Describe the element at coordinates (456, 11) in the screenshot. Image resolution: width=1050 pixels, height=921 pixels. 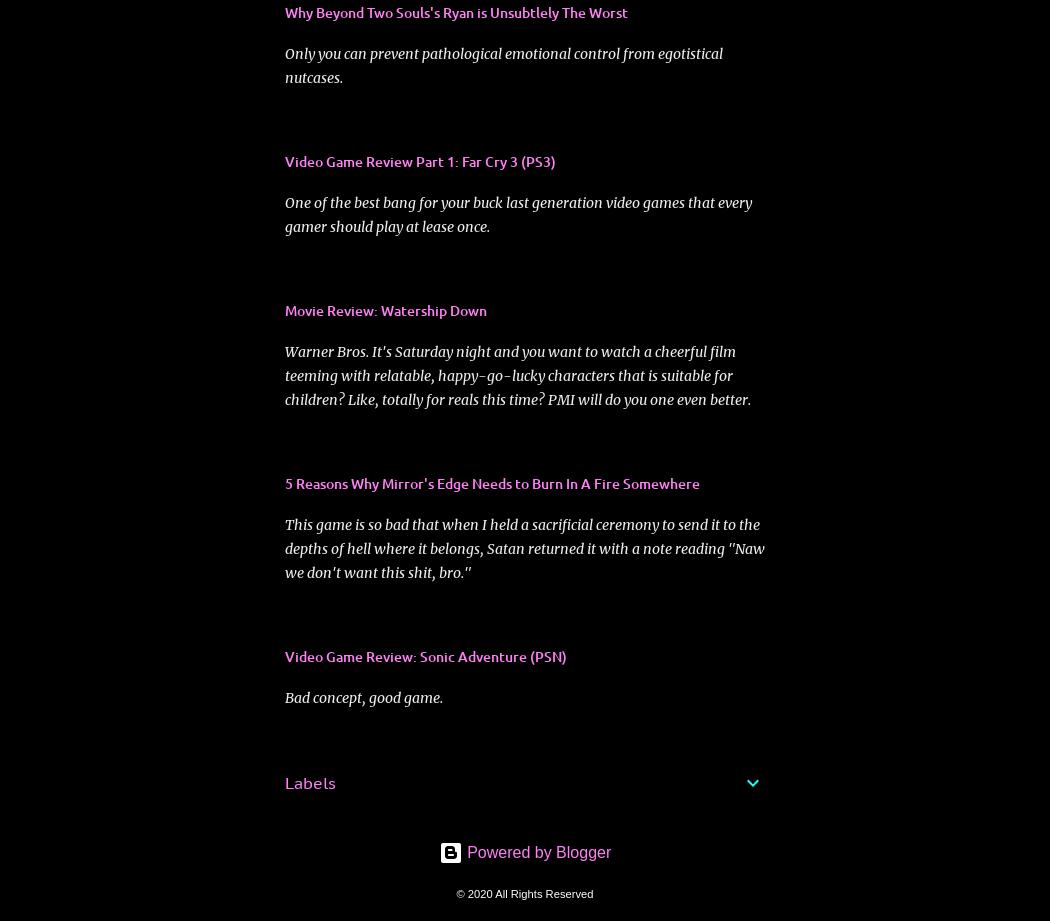
I see `'Why Beyond Two Souls's Ryan is Unsubtlely The Worst'` at that location.